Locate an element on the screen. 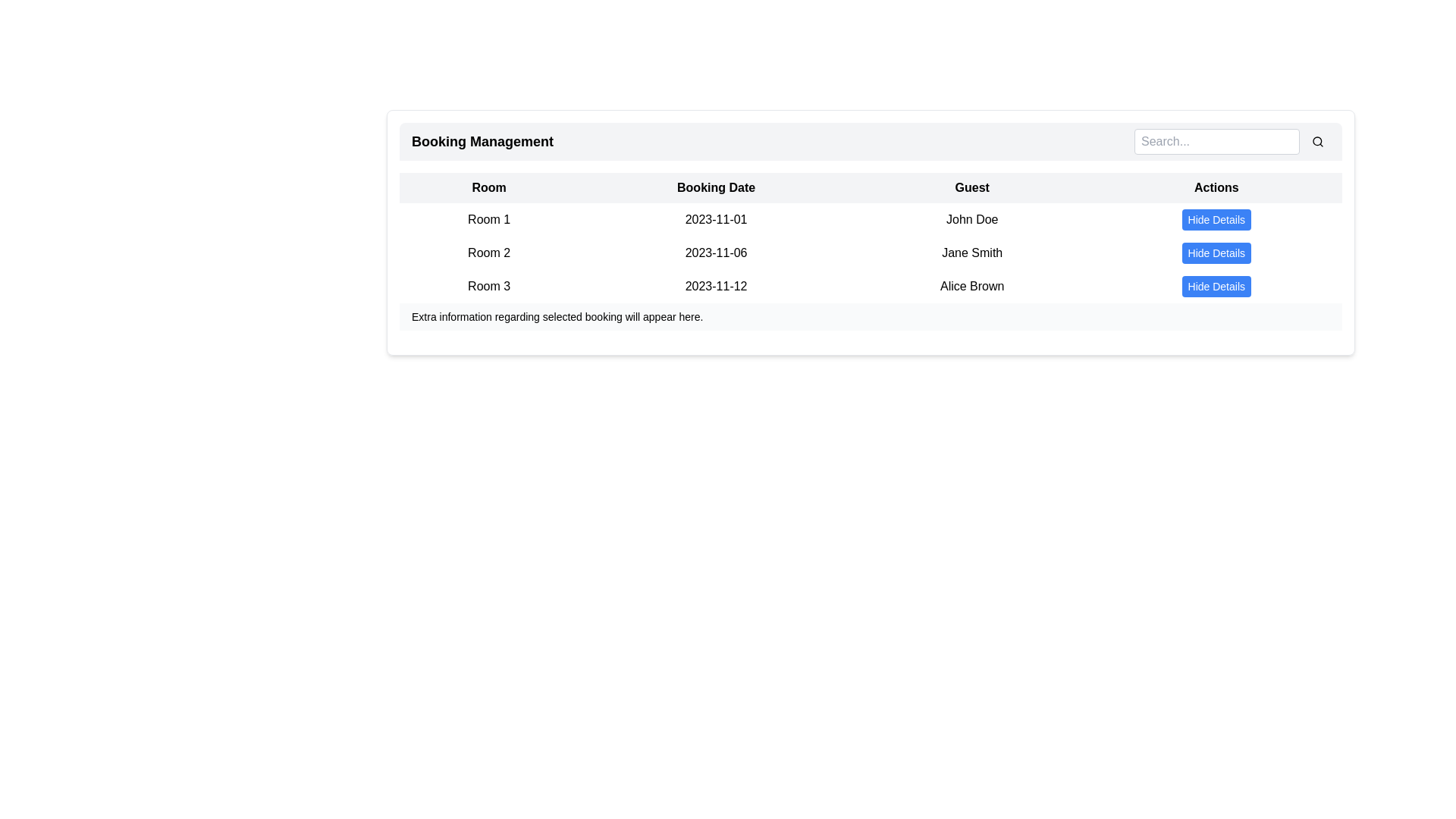  the 'Hide Details' button, which is a rectangular button with white text on a blue background, located in the last column of the first row under the 'Actions' header is located at coordinates (1216, 219).